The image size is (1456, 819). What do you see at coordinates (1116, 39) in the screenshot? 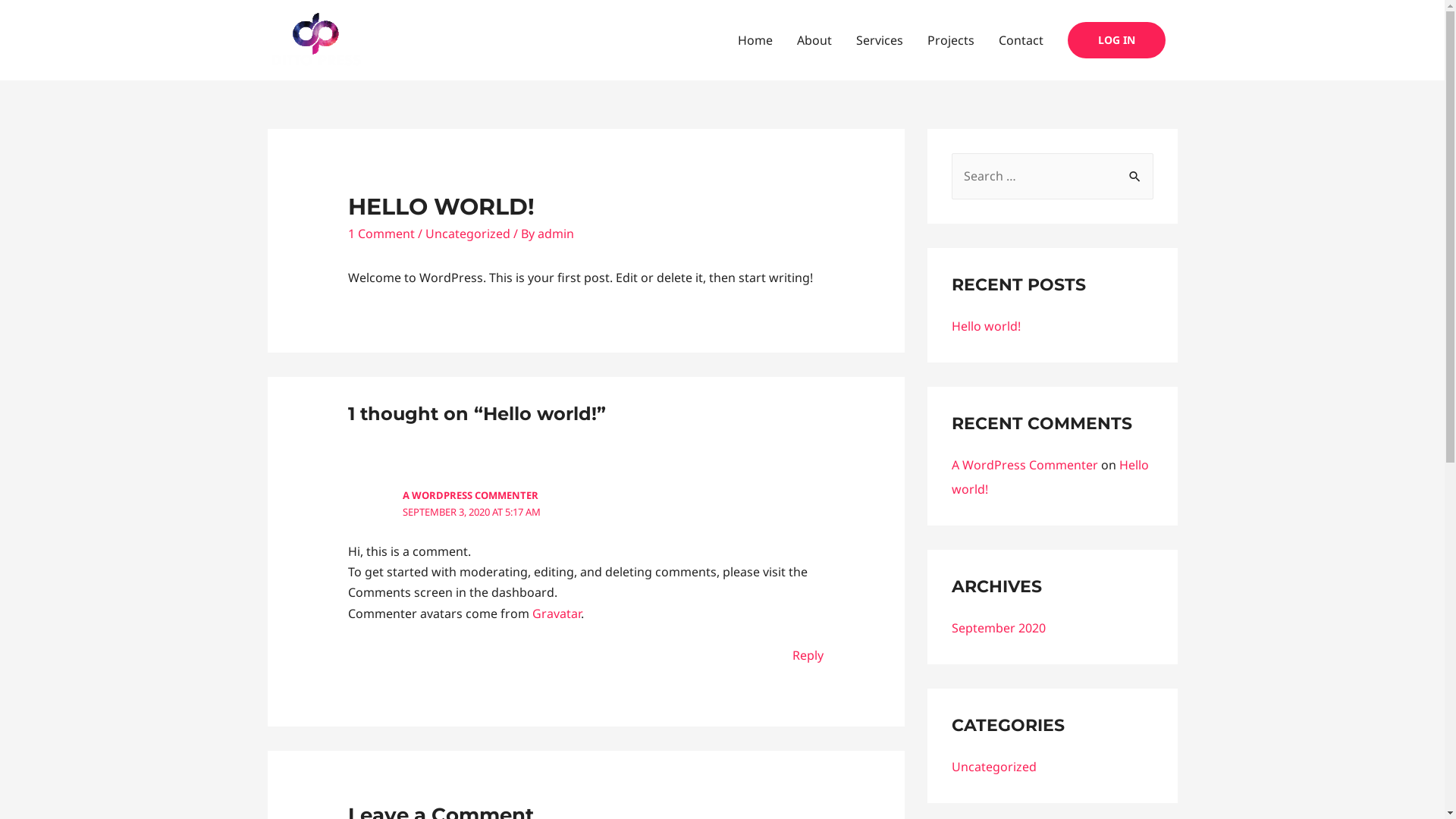
I see `'LOG IN'` at bounding box center [1116, 39].